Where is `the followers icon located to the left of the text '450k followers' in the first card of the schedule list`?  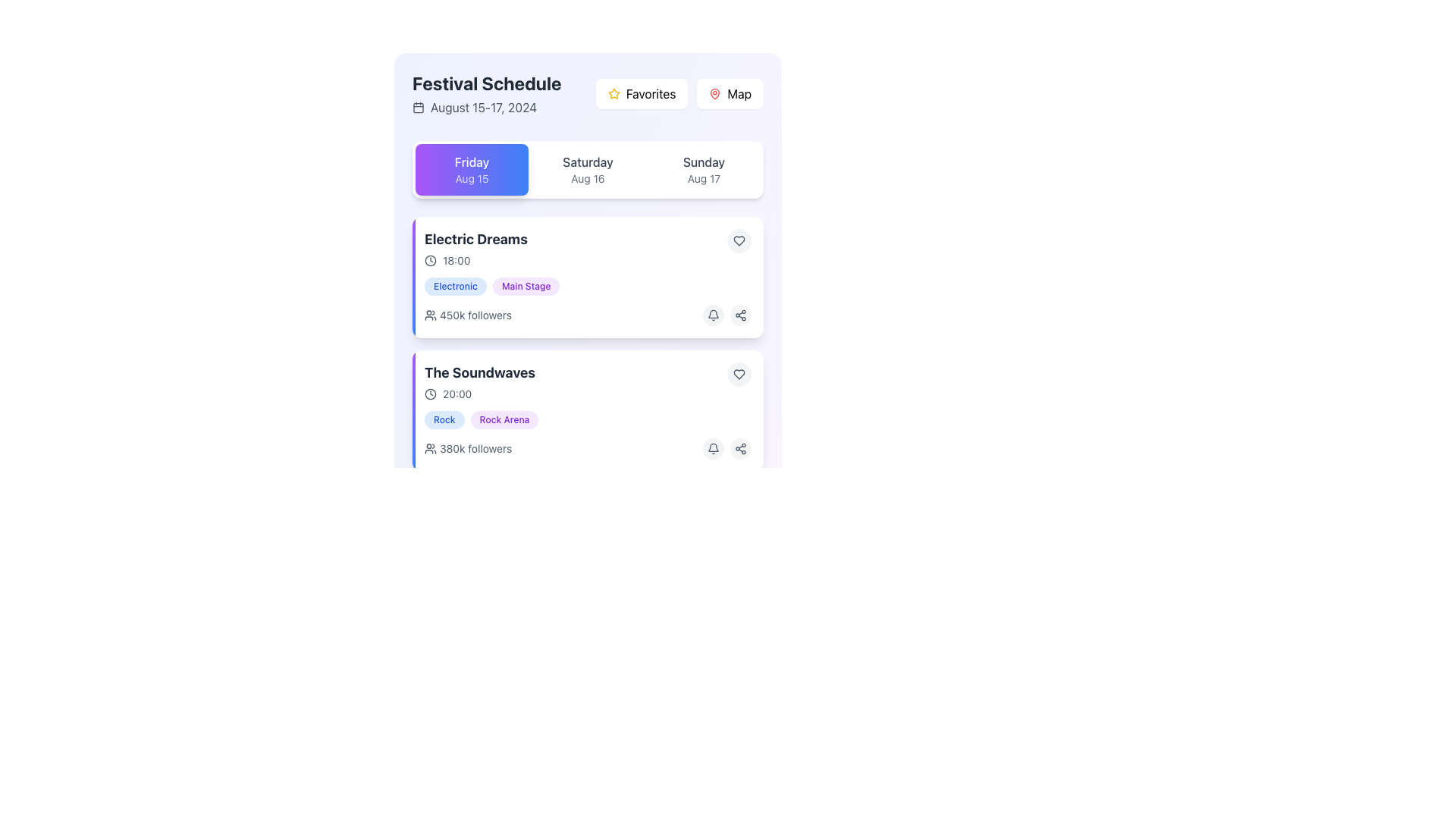
the followers icon located to the left of the text '450k followers' in the first card of the schedule list is located at coordinates (429, 315).